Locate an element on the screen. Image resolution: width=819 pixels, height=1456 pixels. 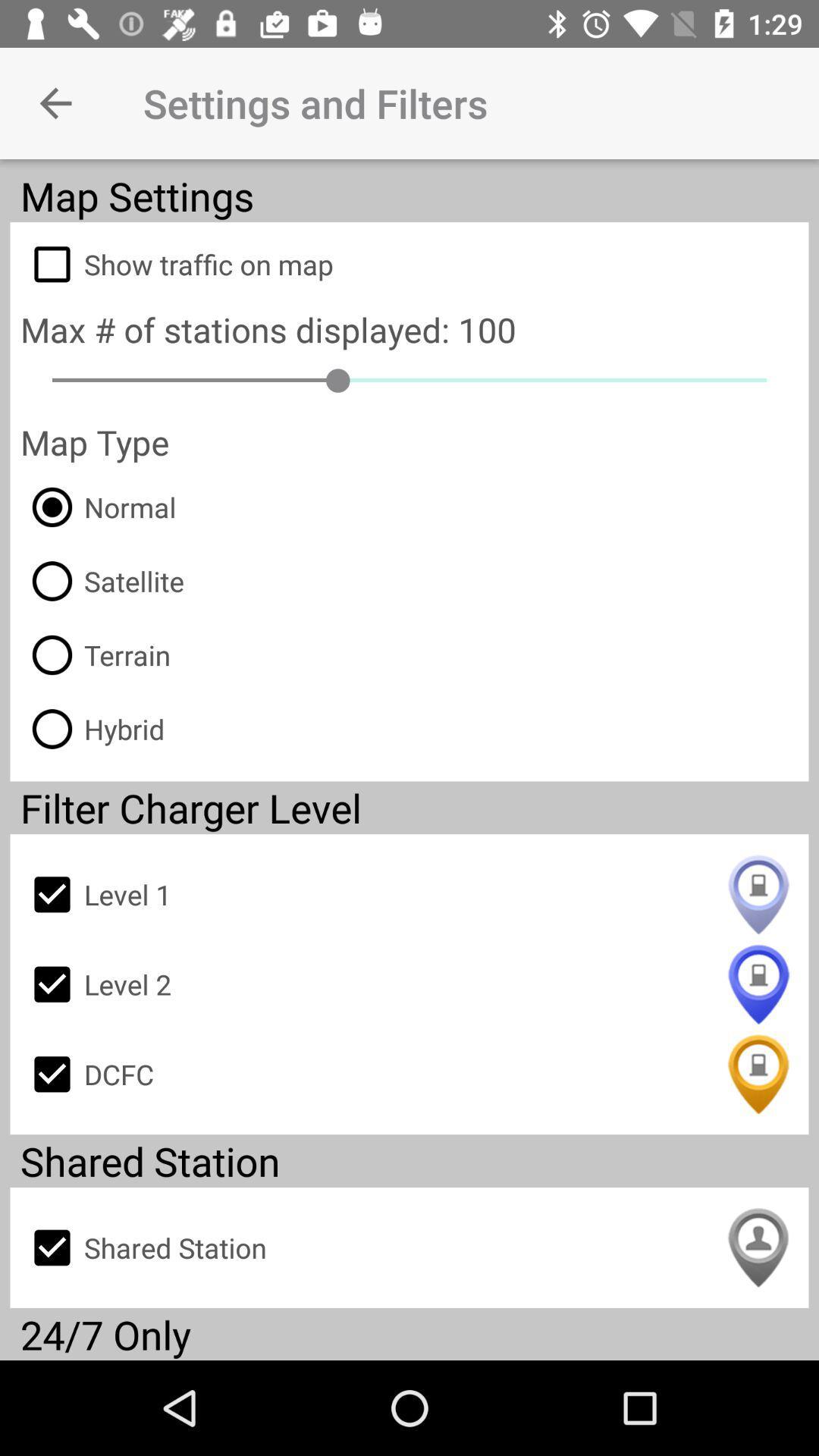
dcfc item is located at coordinates (409, 1073).